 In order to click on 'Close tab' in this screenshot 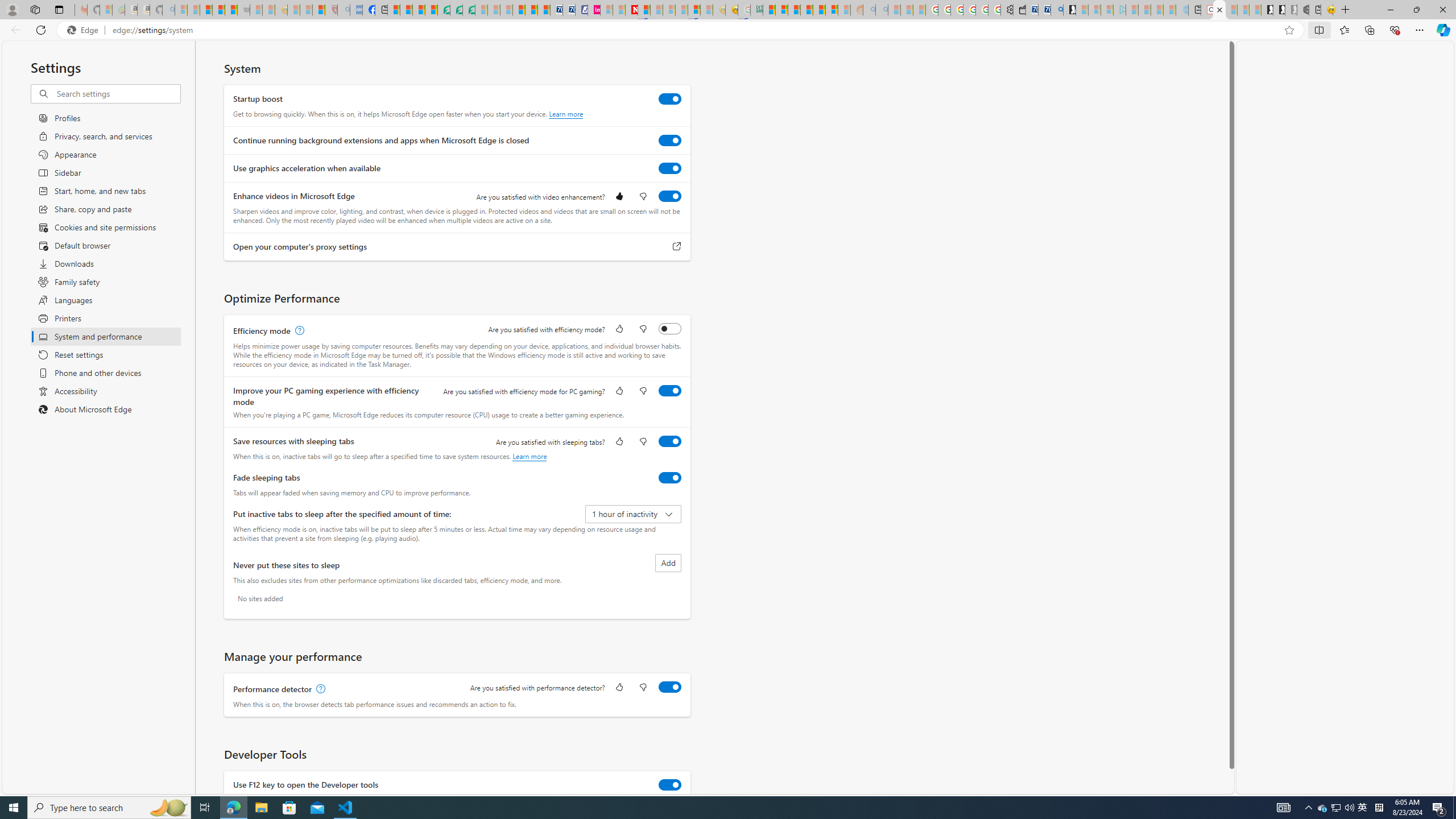, I will do `click(1219, 9)`.